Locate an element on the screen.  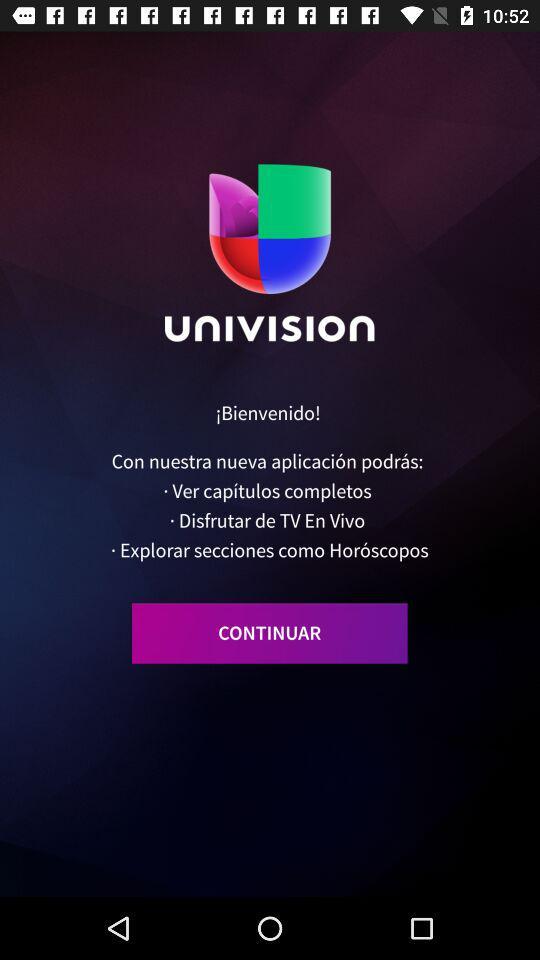
the icon below con nuestra nueva icon is located at coordinates (269, 632).